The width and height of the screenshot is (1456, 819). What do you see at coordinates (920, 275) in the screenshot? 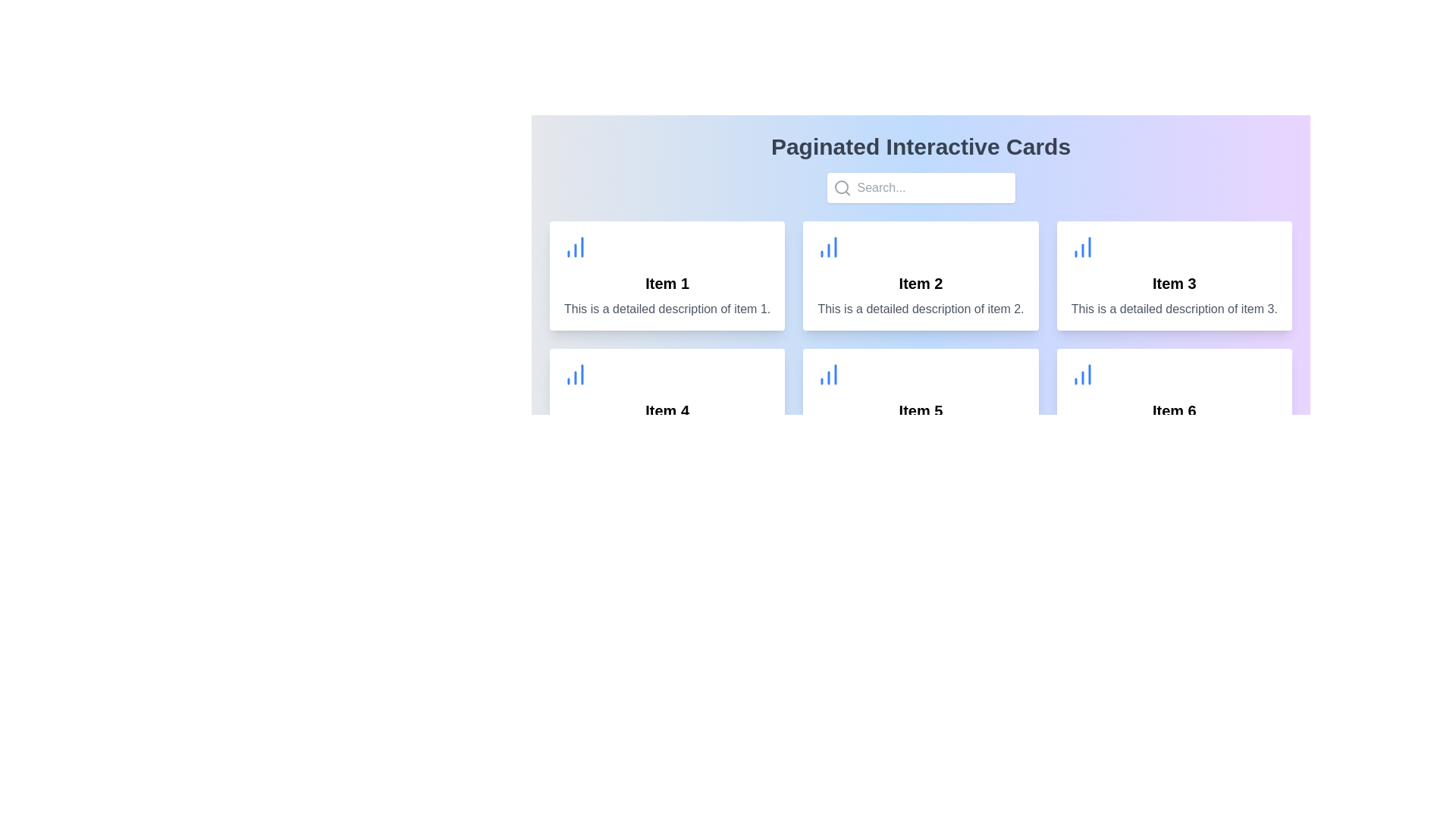
I see `the interactive card labeled 'Item 2' which features a blue vertical bar chart icon, bold black text, and a gray description, located in the second column of a grid layout` at bounding box center [920, 275].